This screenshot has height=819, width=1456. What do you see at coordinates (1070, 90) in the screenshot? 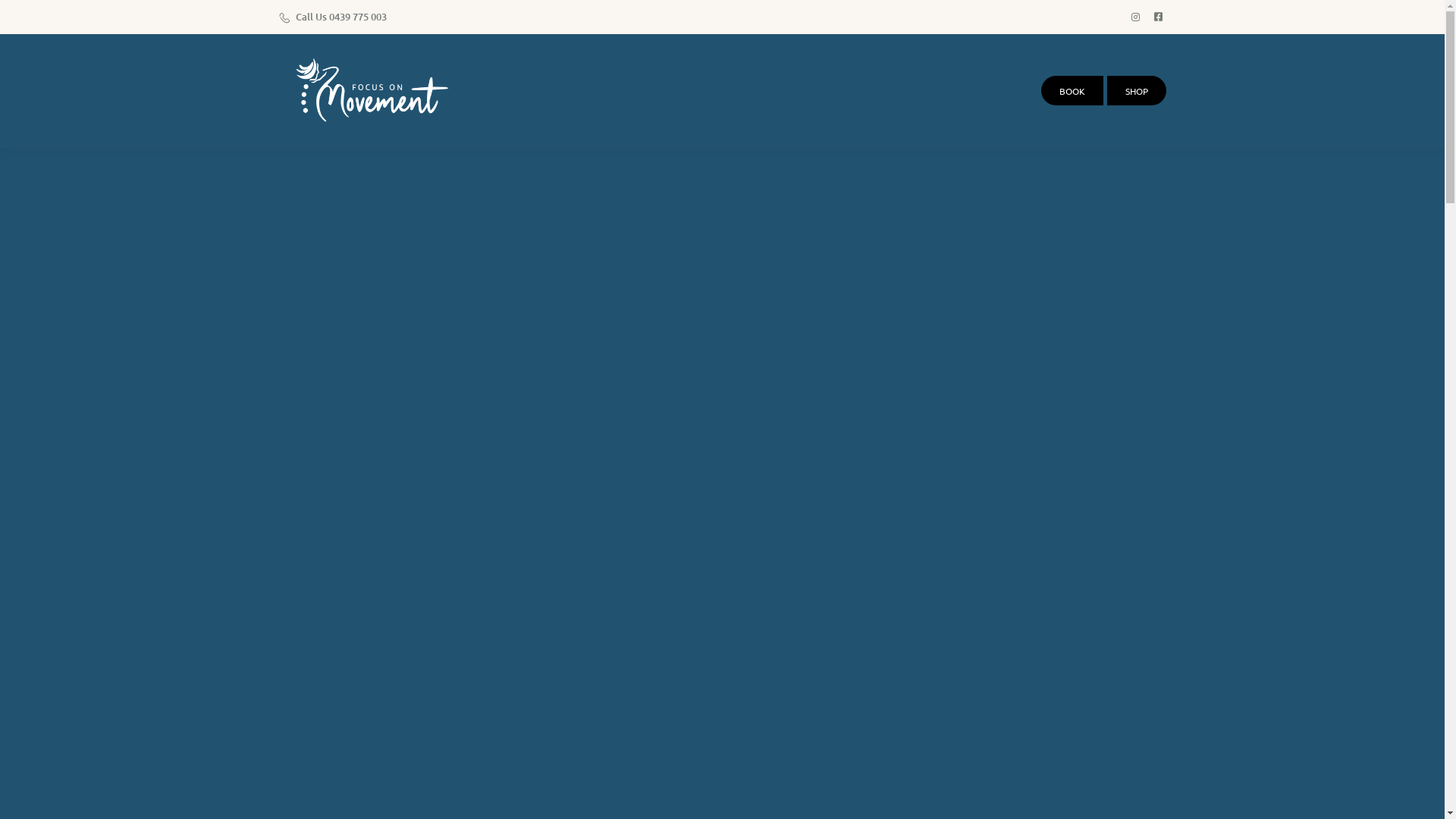
I see `'BOOK'` at bounding box center [1070, 90].